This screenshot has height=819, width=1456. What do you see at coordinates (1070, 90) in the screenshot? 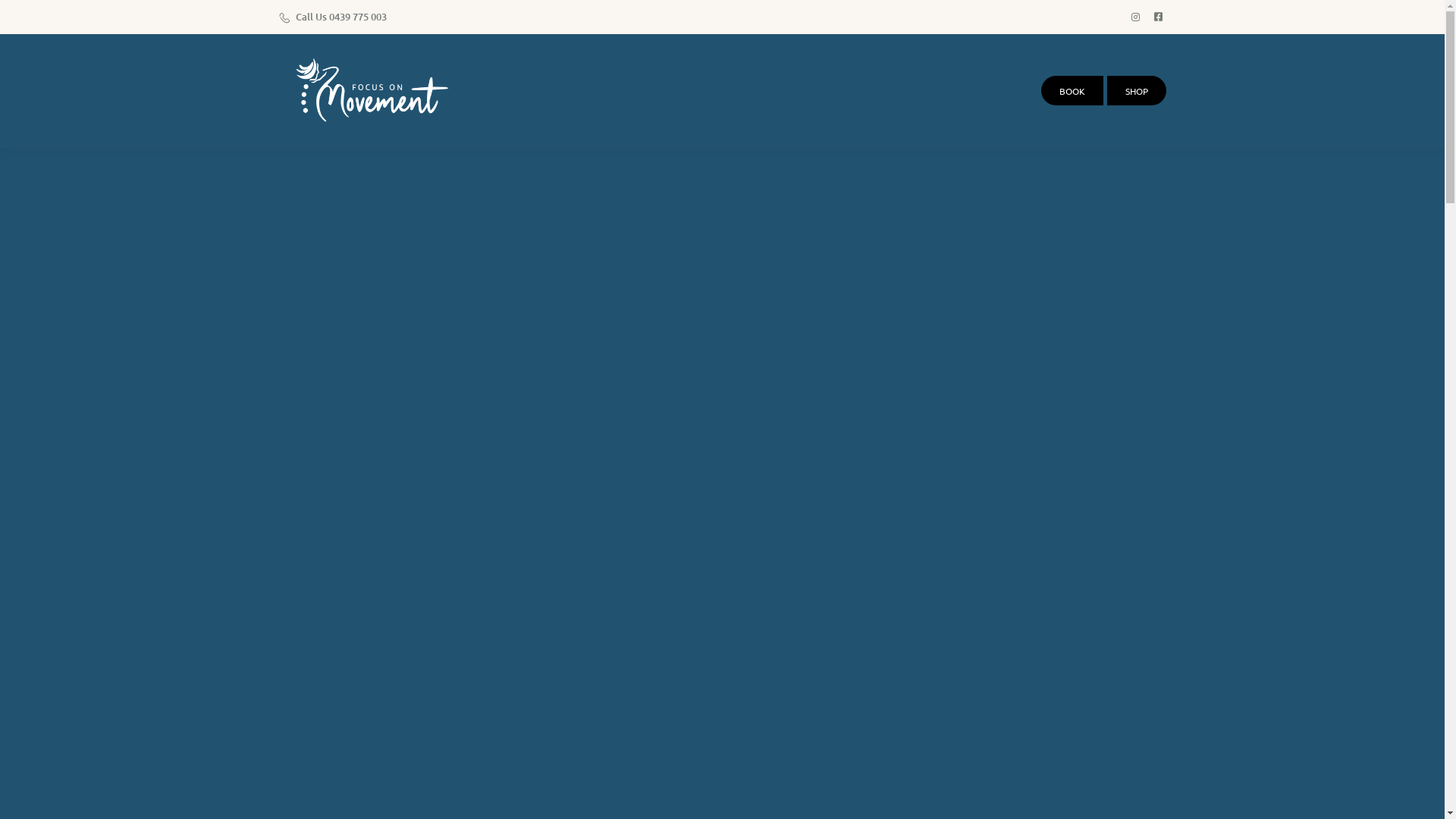
I see `'BOOK'` at bounding box center [1070, 90].